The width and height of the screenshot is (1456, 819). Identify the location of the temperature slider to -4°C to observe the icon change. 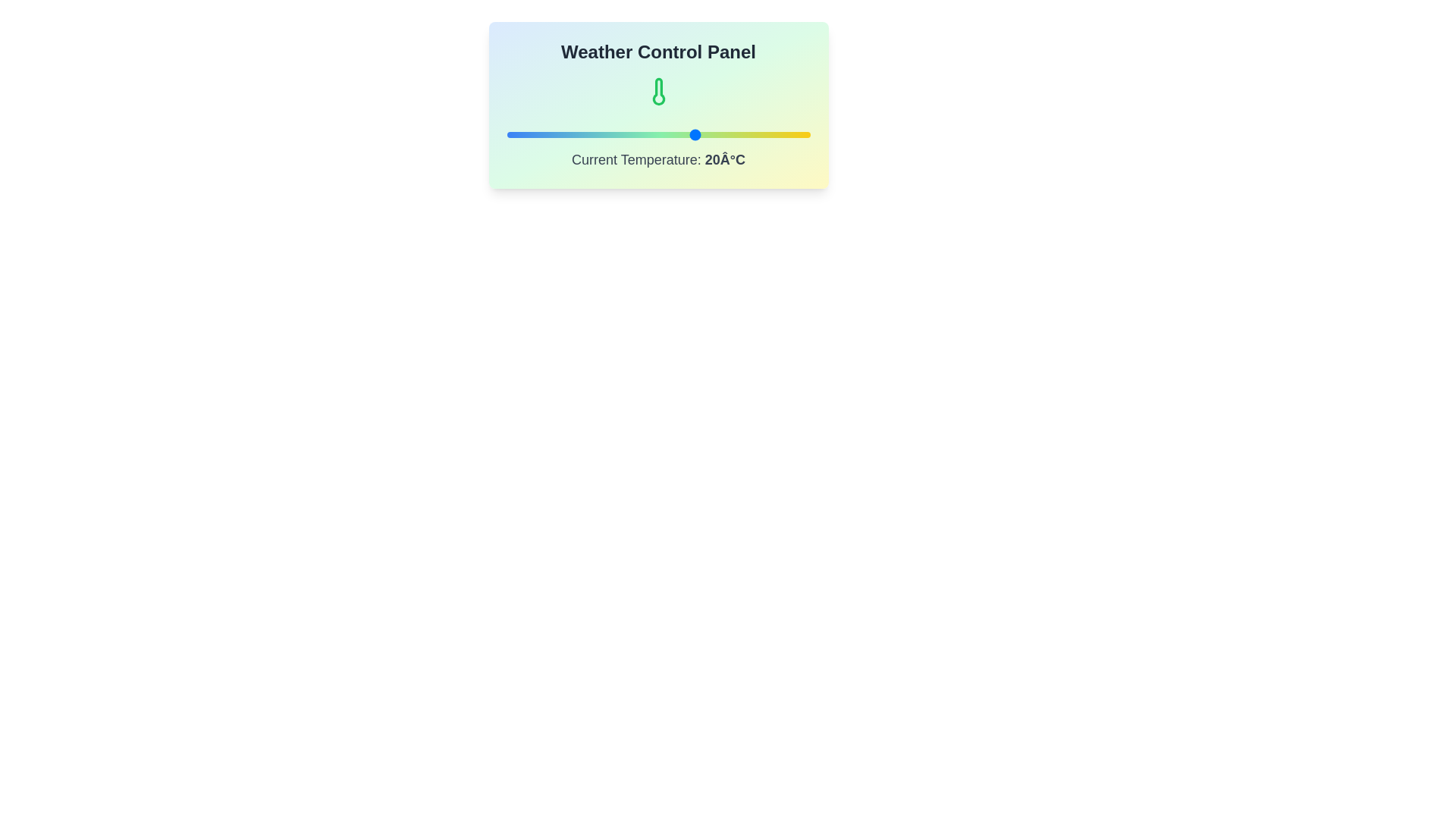
(604, 133).